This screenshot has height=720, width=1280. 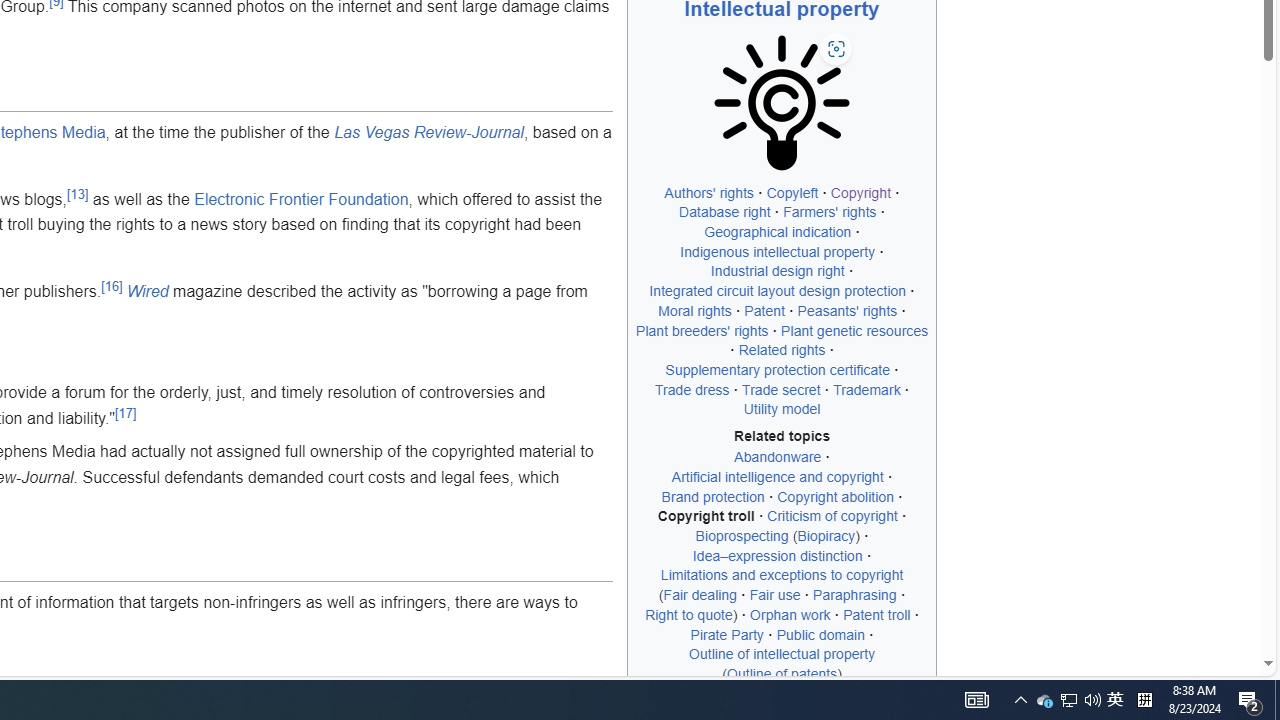 I want to click on 'Authors', so click(x=709, y=192).